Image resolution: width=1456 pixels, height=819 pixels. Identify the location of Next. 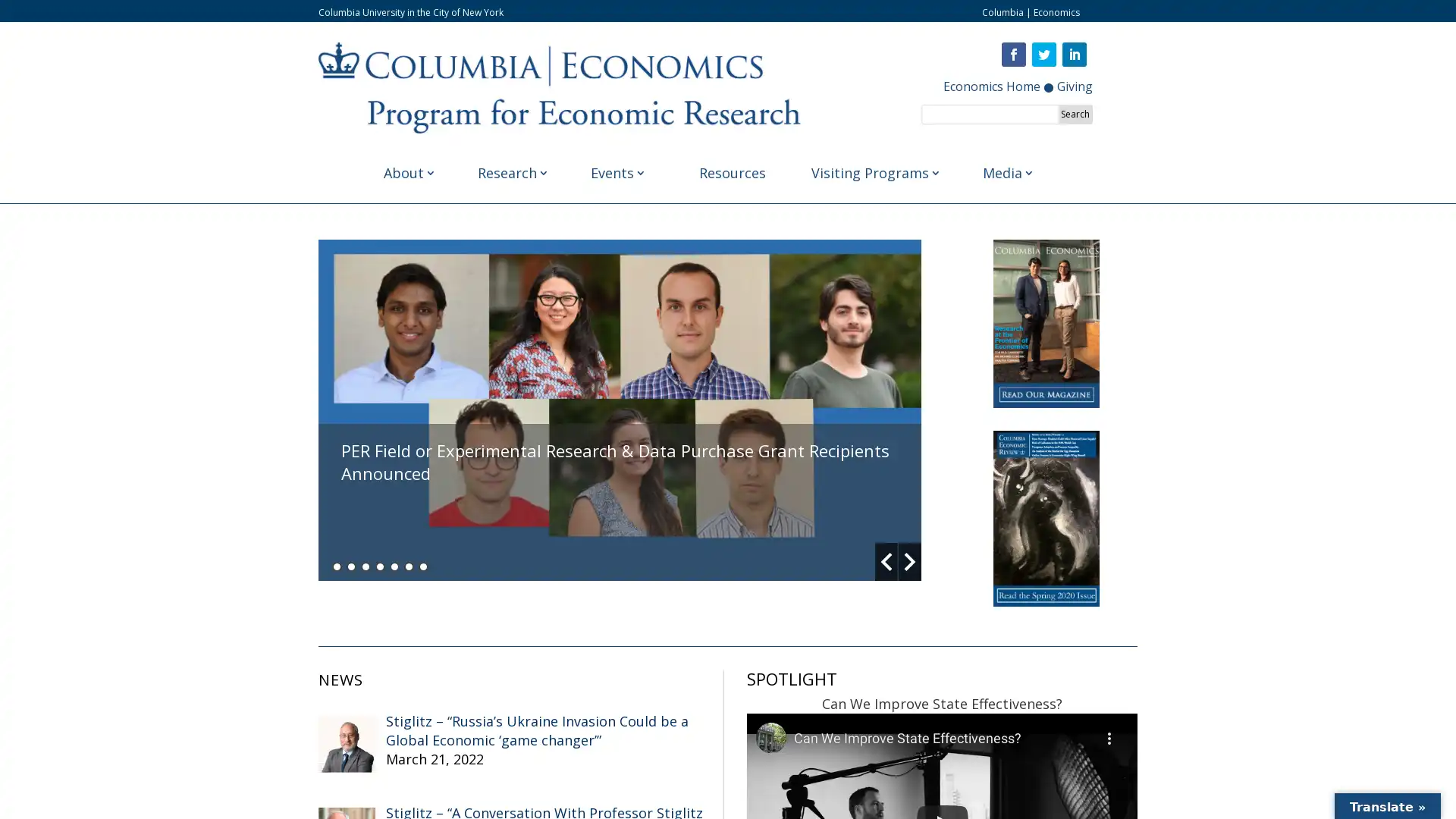
(910, 561).